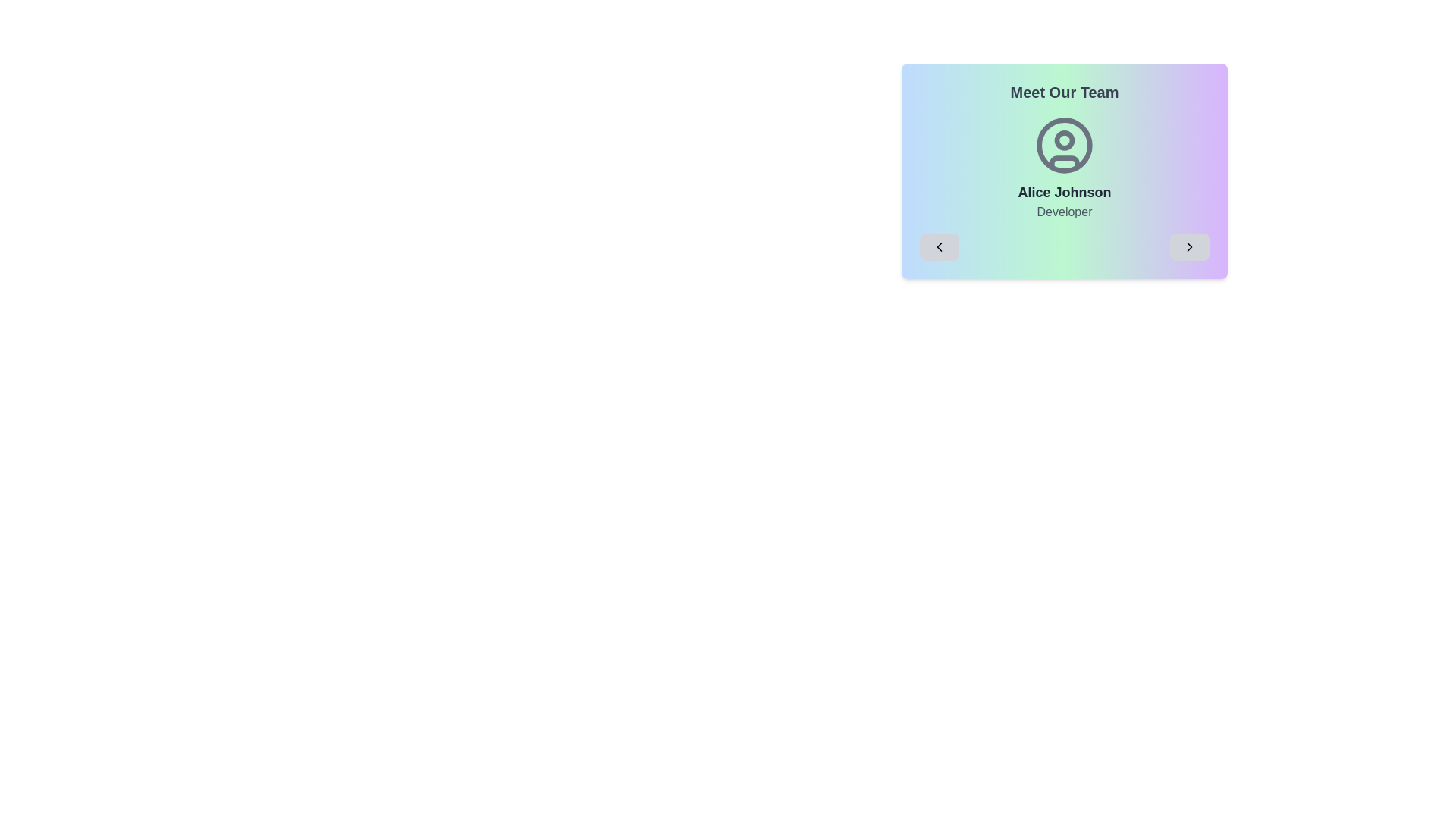 The image size is (1456, 819). Describe the element at coordinates (1063, 140) in the screenshot. I see `the circular graphic element representing the face detail within the user avatar icon` at that location.